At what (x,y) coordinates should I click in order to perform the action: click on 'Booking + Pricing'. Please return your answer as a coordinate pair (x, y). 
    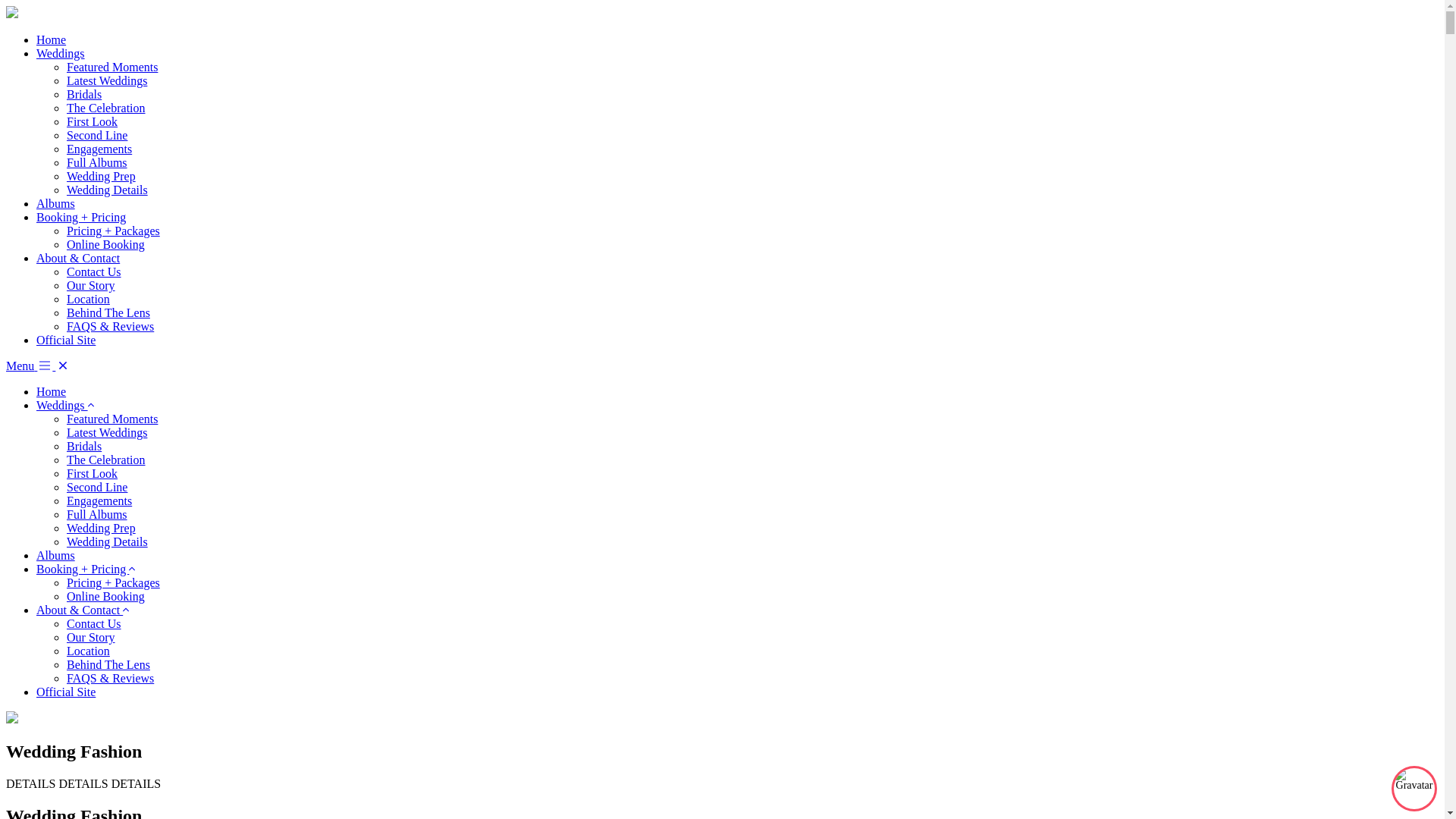
    Looking at the image, I should click on (82, 569).